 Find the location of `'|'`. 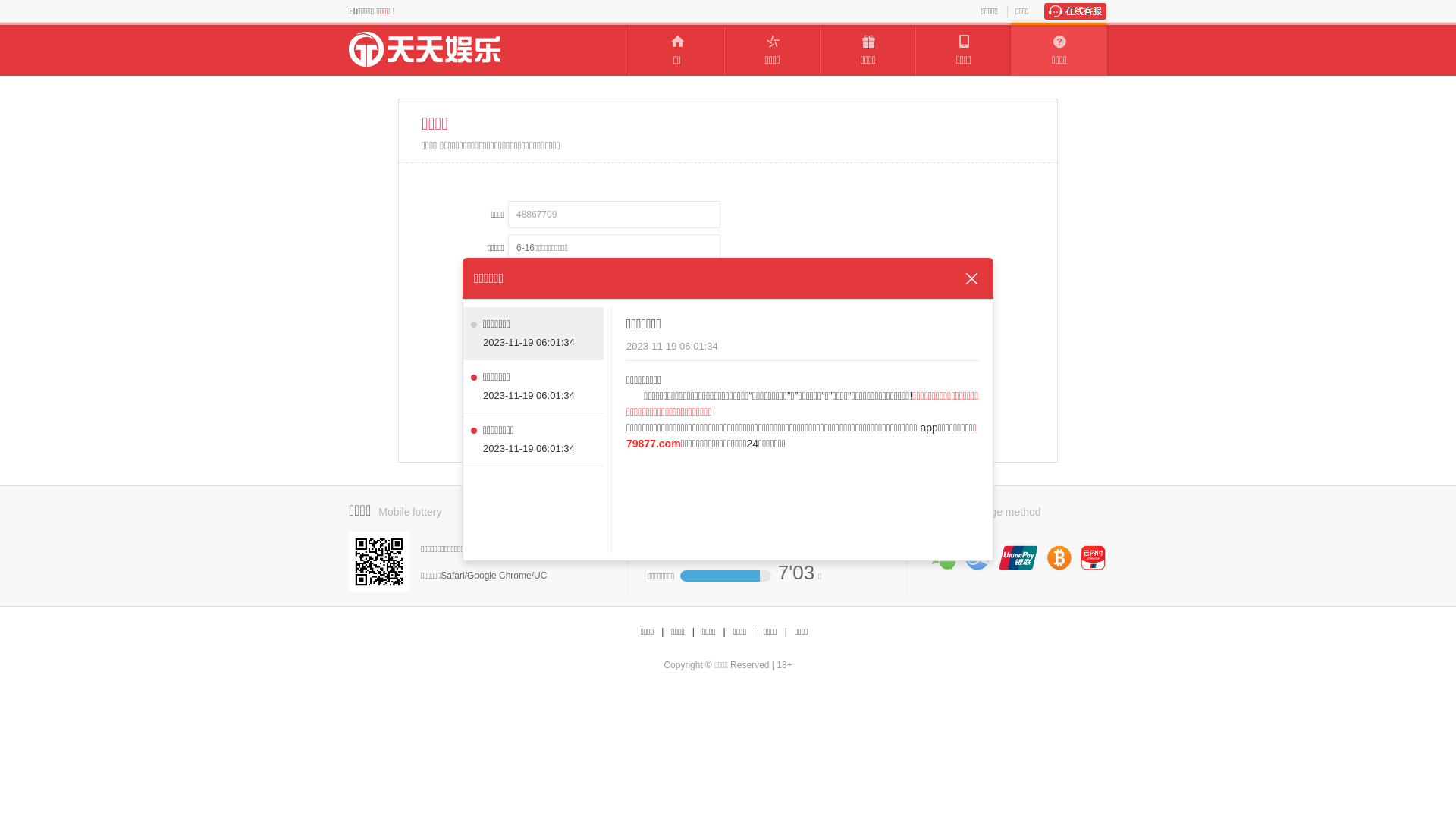

'|' is located at coordinates (662, 632).